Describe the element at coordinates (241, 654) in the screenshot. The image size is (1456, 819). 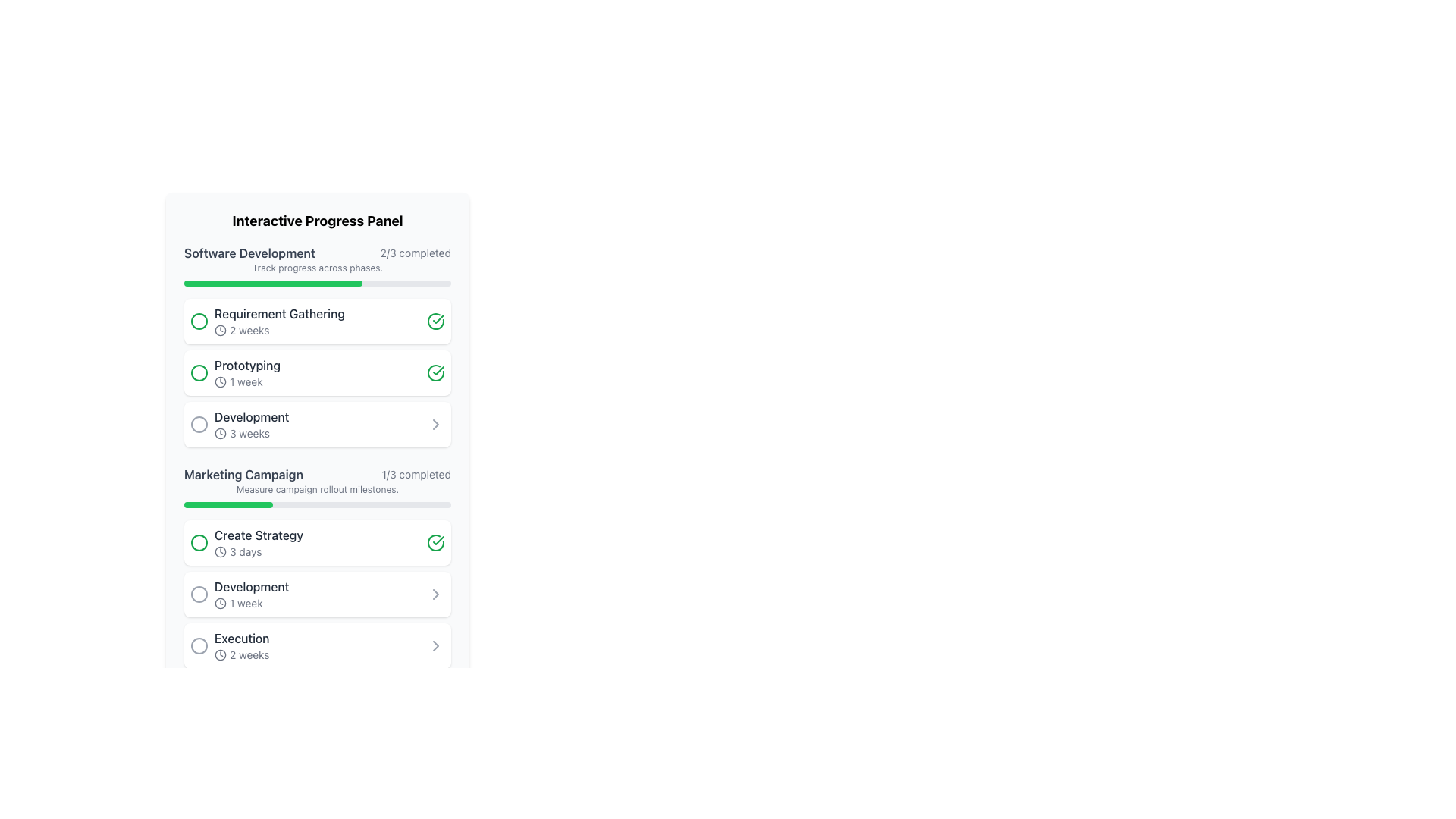
I see `the 'Execution' task duration text label with icon located beneath the heading 'Execution' in the 'Marketing Campaign' section` at that location.